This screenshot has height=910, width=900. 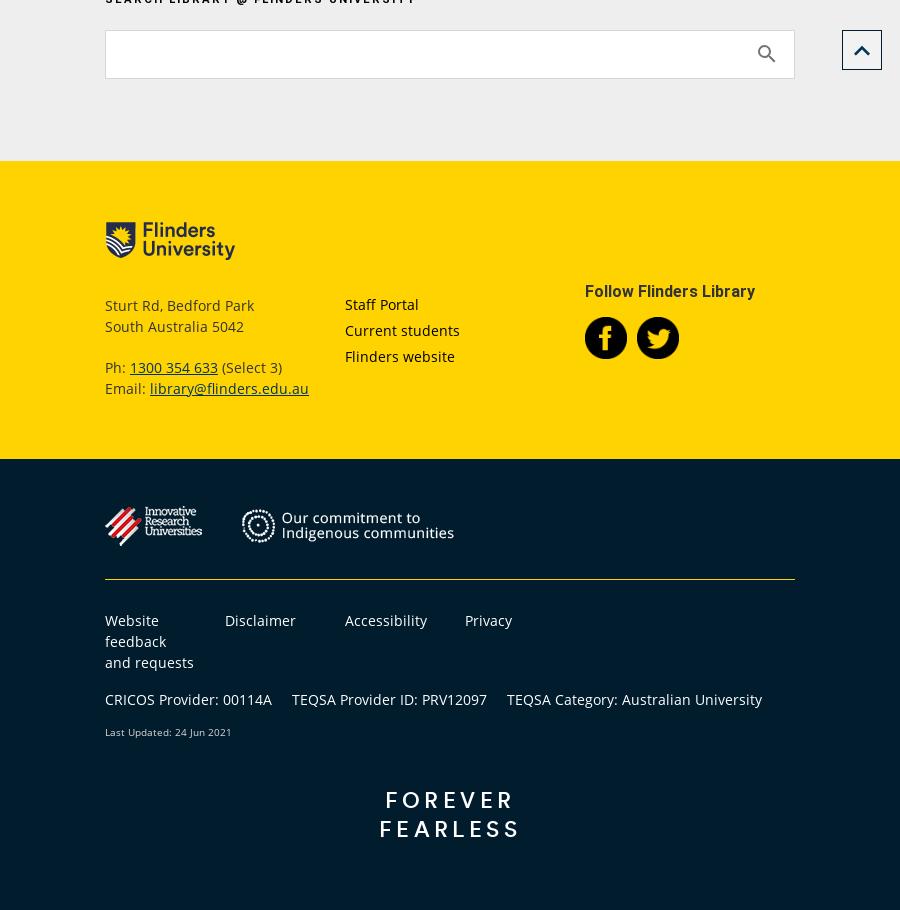 What do you see at coordinates (449, 812) in the screenshot?
I see `'FOREVER FEARLESS'` at bounding box center [449, 812].